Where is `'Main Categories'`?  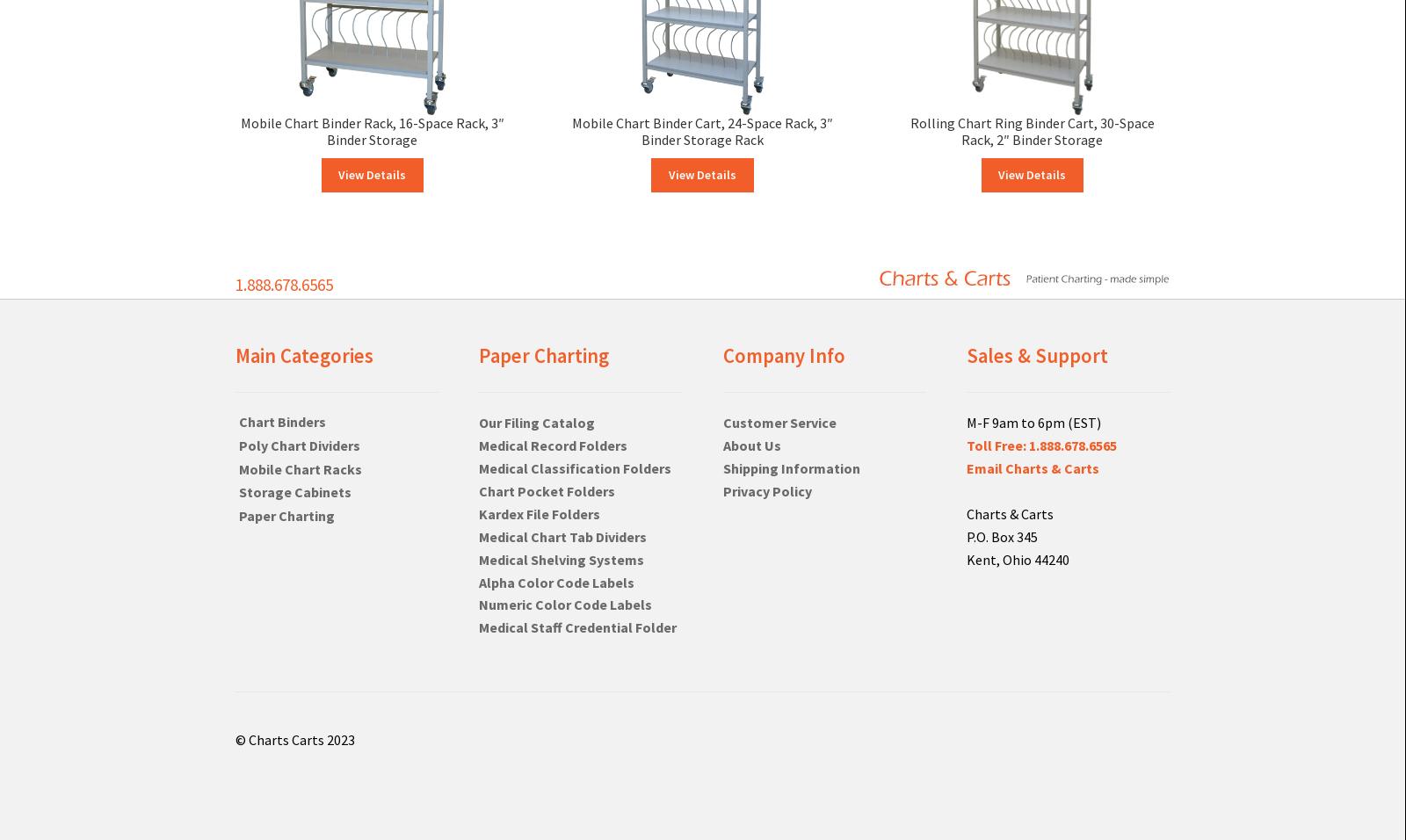
'Main Categories' is located at coordinates (303, 355).